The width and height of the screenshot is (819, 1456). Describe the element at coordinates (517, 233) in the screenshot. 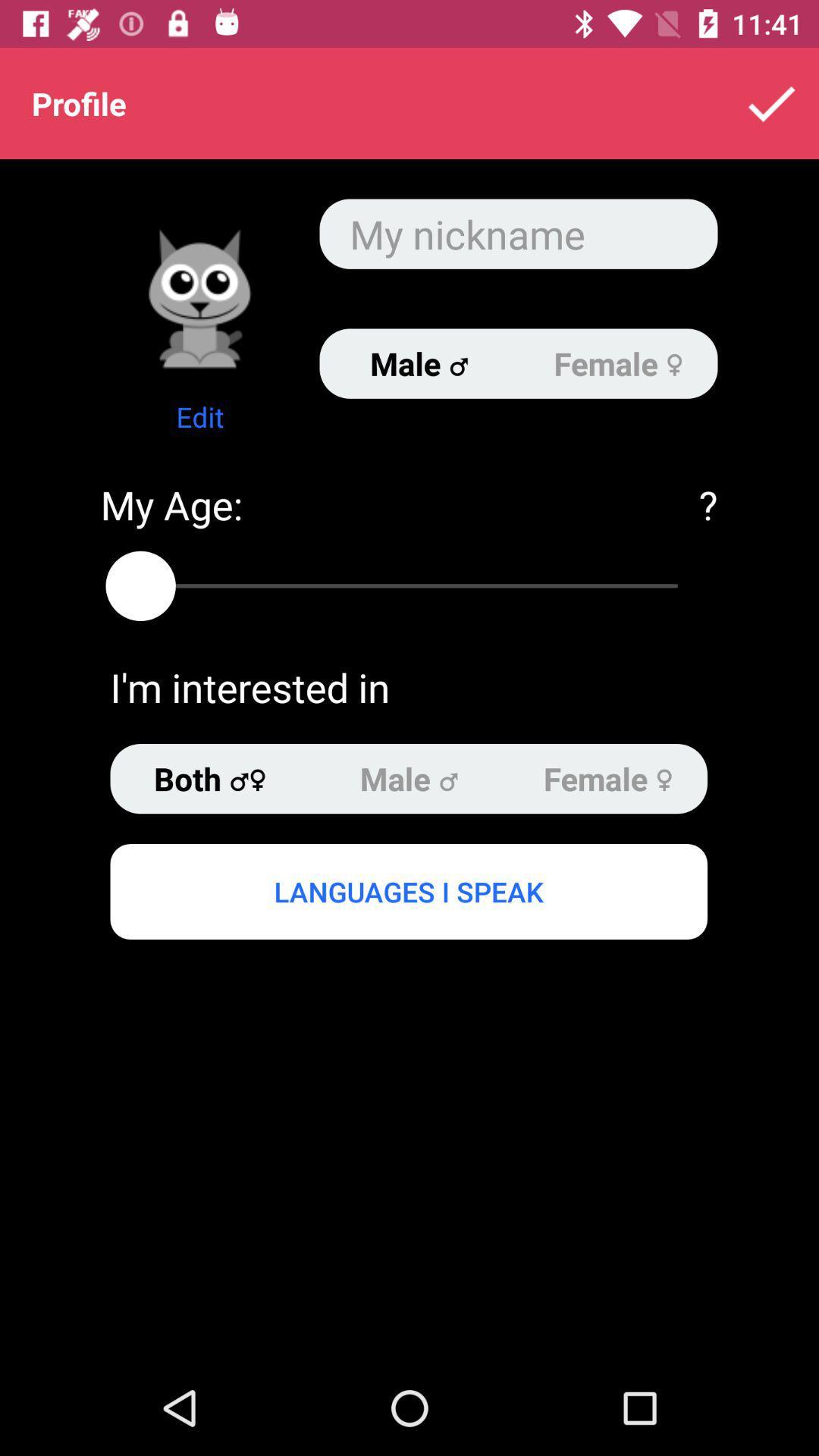

I see `text` at that location.